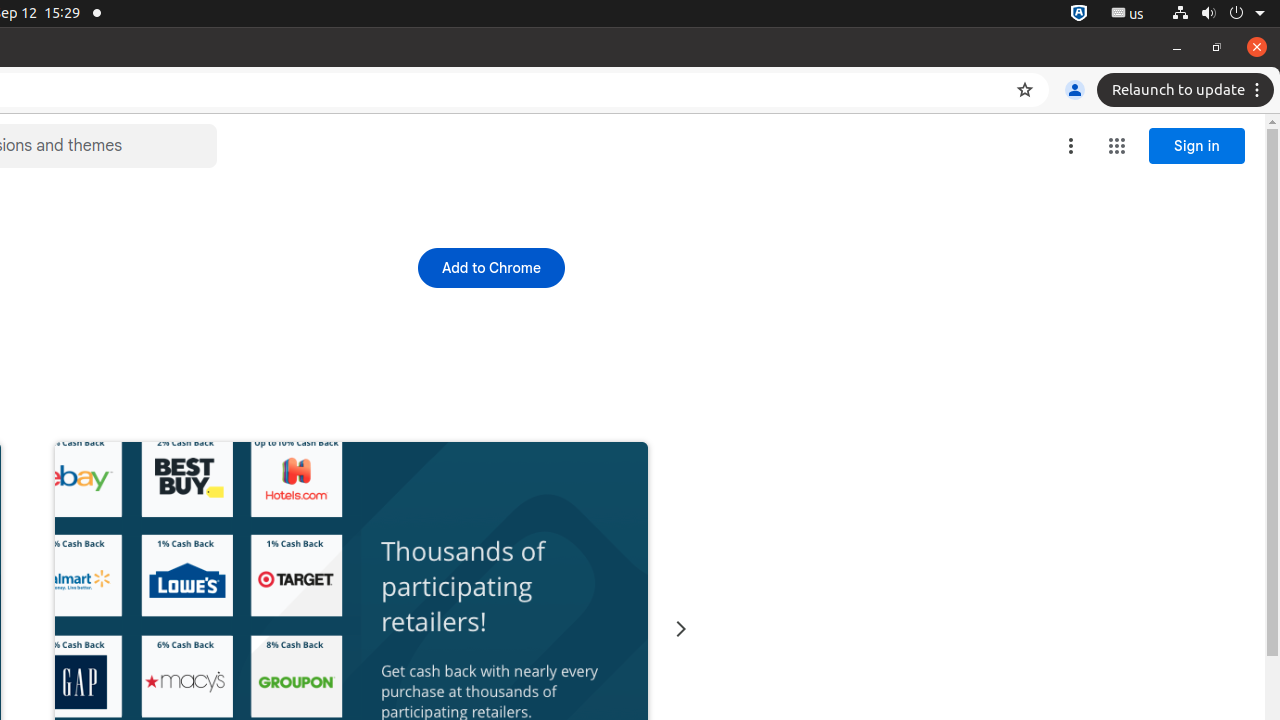  Describe the element at coordinates (1116, 145) in the screenshot. I see `'Google apps'` at that location.